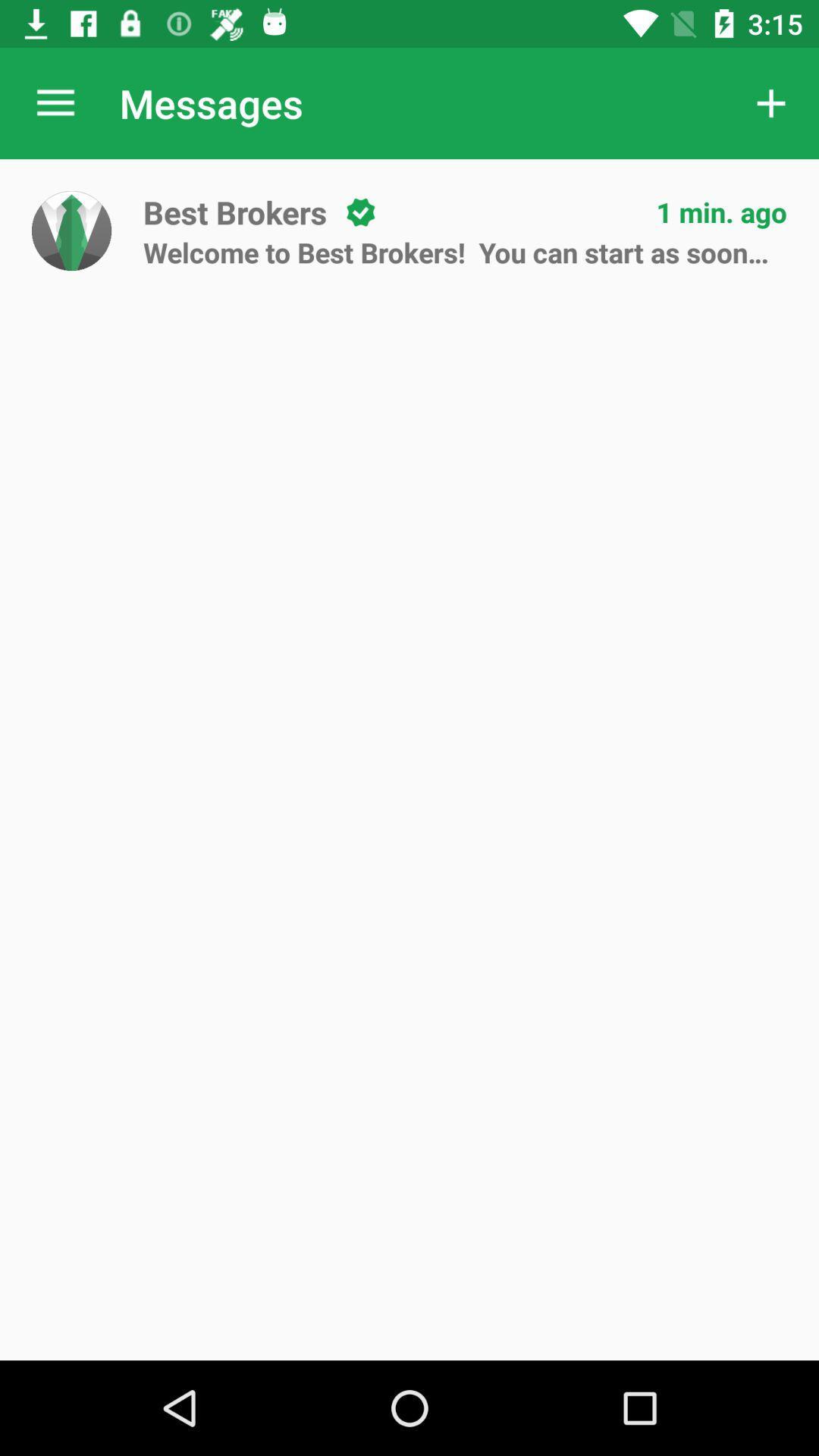 The width and height of the screenshot is (819, 1456). Describe the element at coordinates (771, 102) in the screenshot. I see `the item next to messages item` at that location.